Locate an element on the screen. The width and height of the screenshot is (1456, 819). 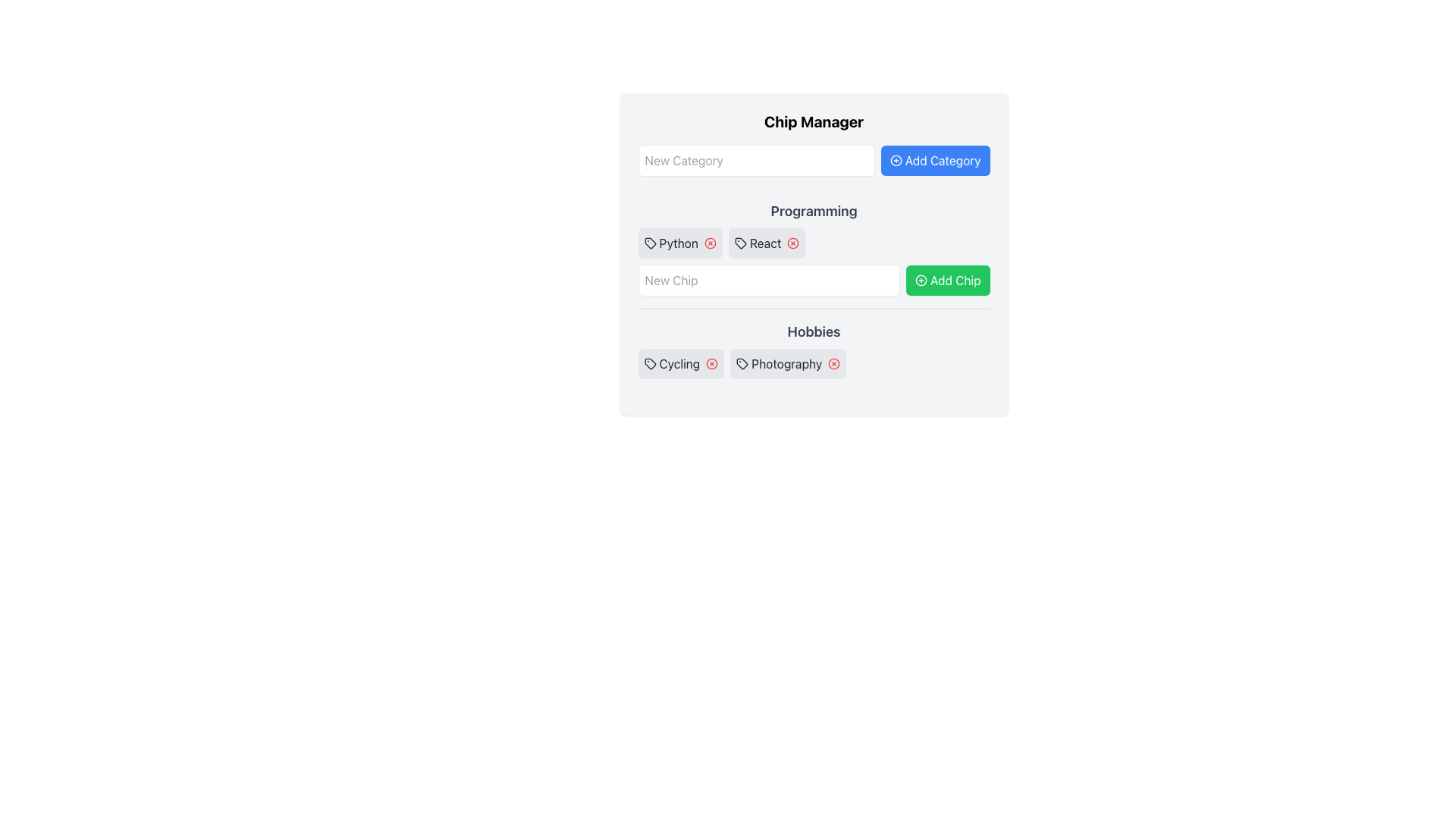
the gray tag-shaped icon with rounded edges that is associated with the label 'Photography' in the 'Hobbies' row is located at coordinates (742, 363).